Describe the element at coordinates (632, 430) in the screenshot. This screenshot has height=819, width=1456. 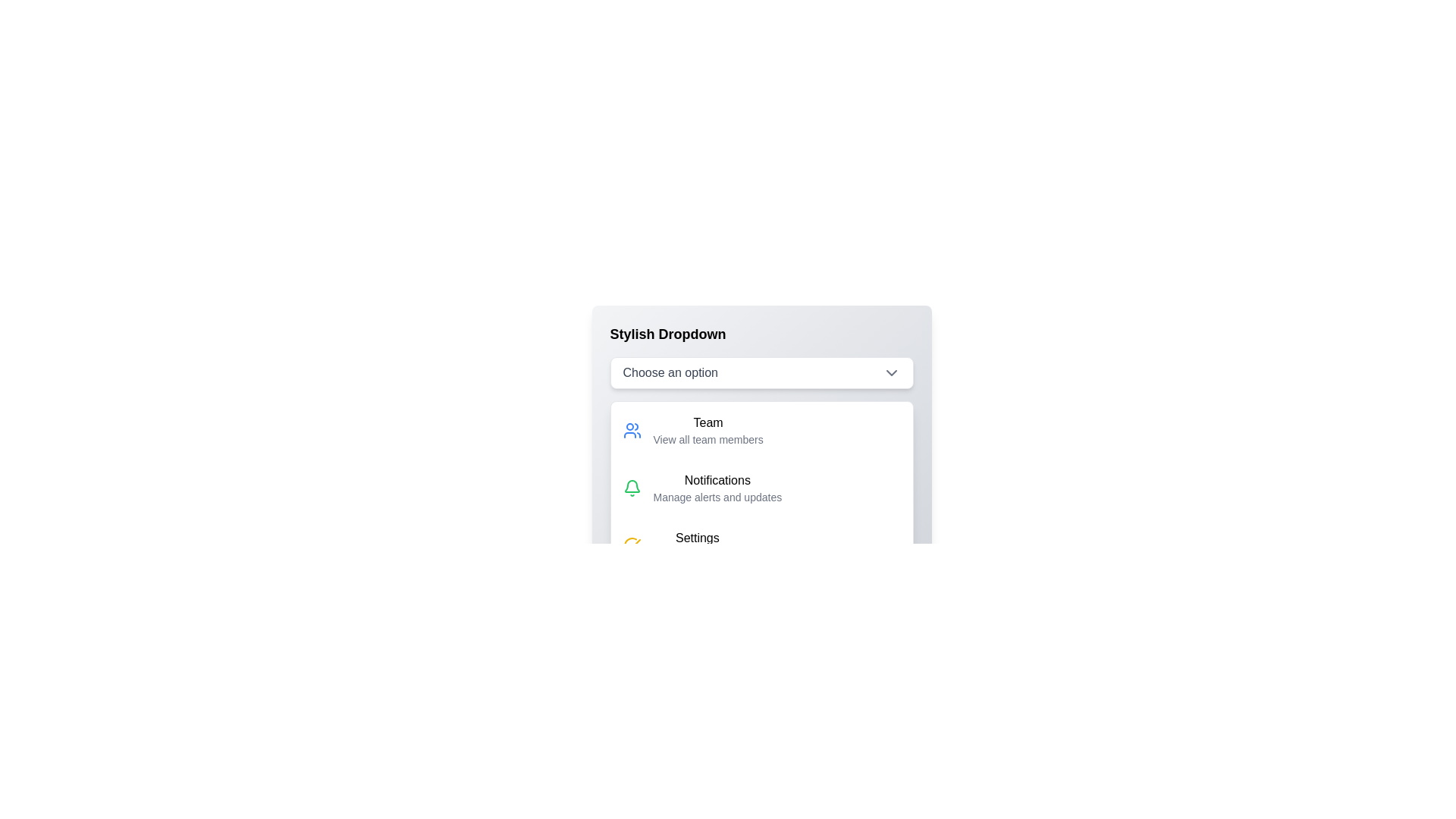
I see `the 'users' icon, which is styled with a blue color and a rounded outline, located to the left of the text content 'Team' in the first list item of the dropdown menu` at that location.